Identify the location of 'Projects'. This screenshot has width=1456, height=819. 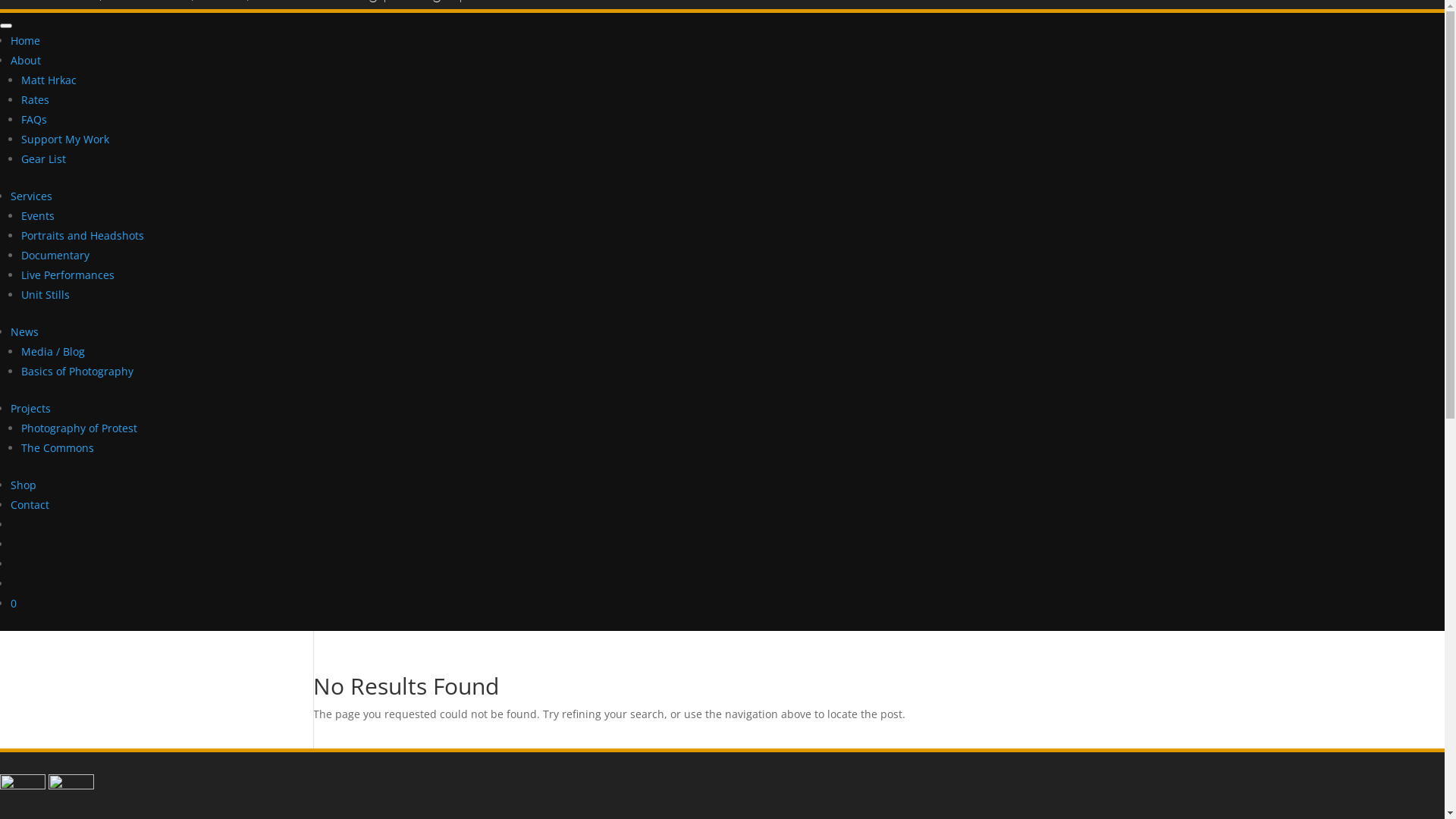
(30, 407).